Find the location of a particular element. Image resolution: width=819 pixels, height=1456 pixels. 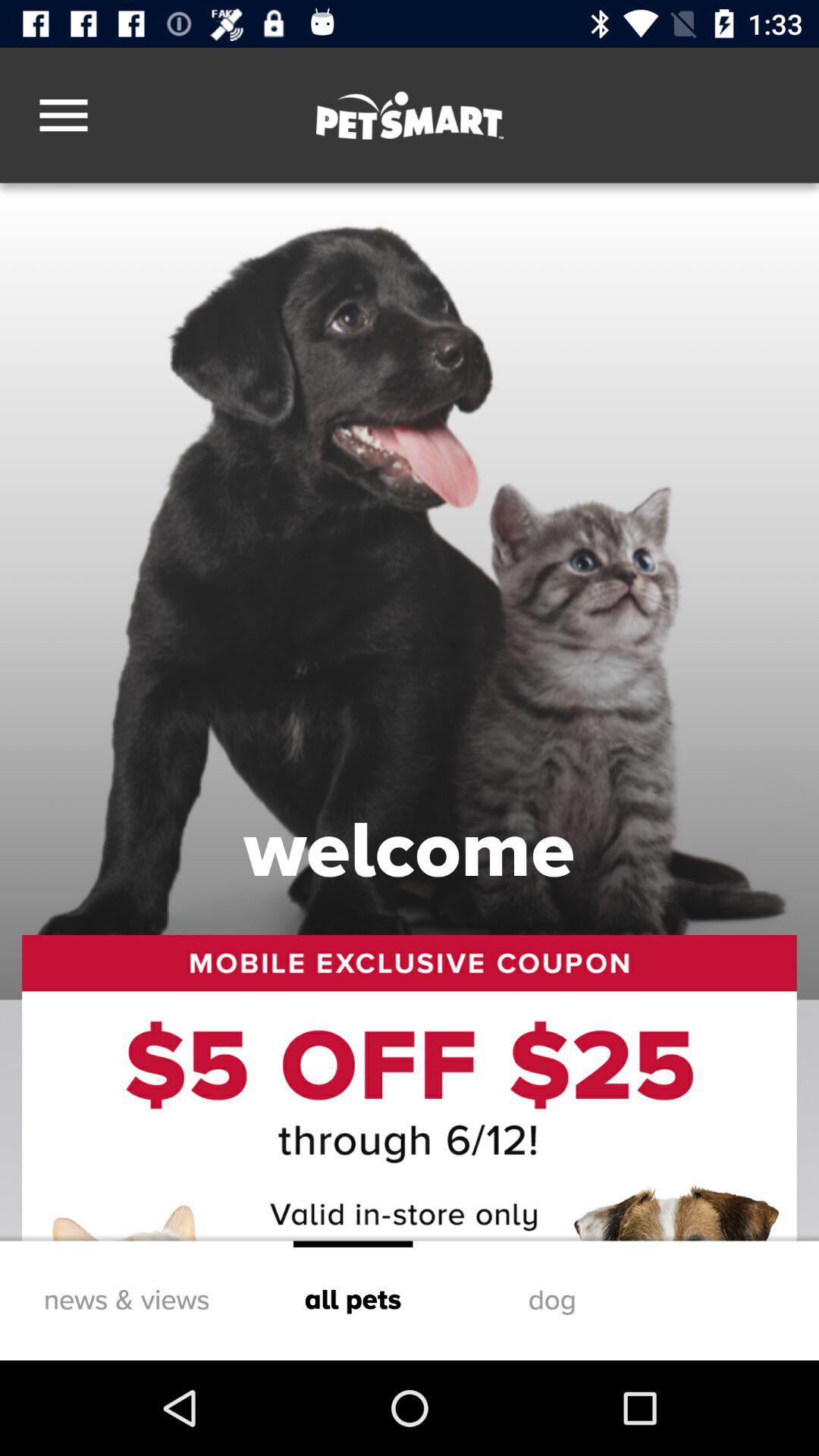

the all pets item is located at coordinates (353, 1300).